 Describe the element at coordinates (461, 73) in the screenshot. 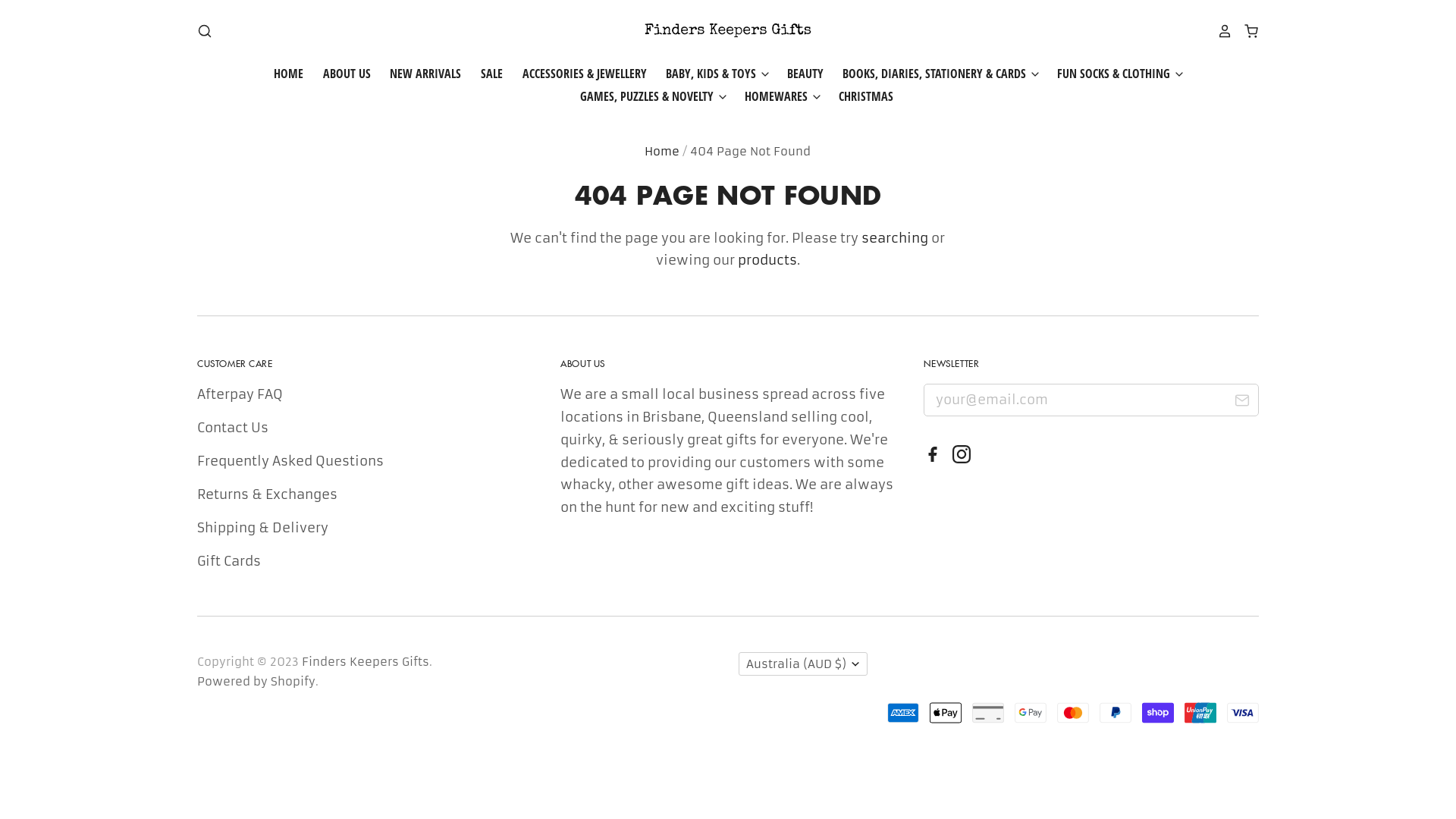

I see `'SALE'` at that location.